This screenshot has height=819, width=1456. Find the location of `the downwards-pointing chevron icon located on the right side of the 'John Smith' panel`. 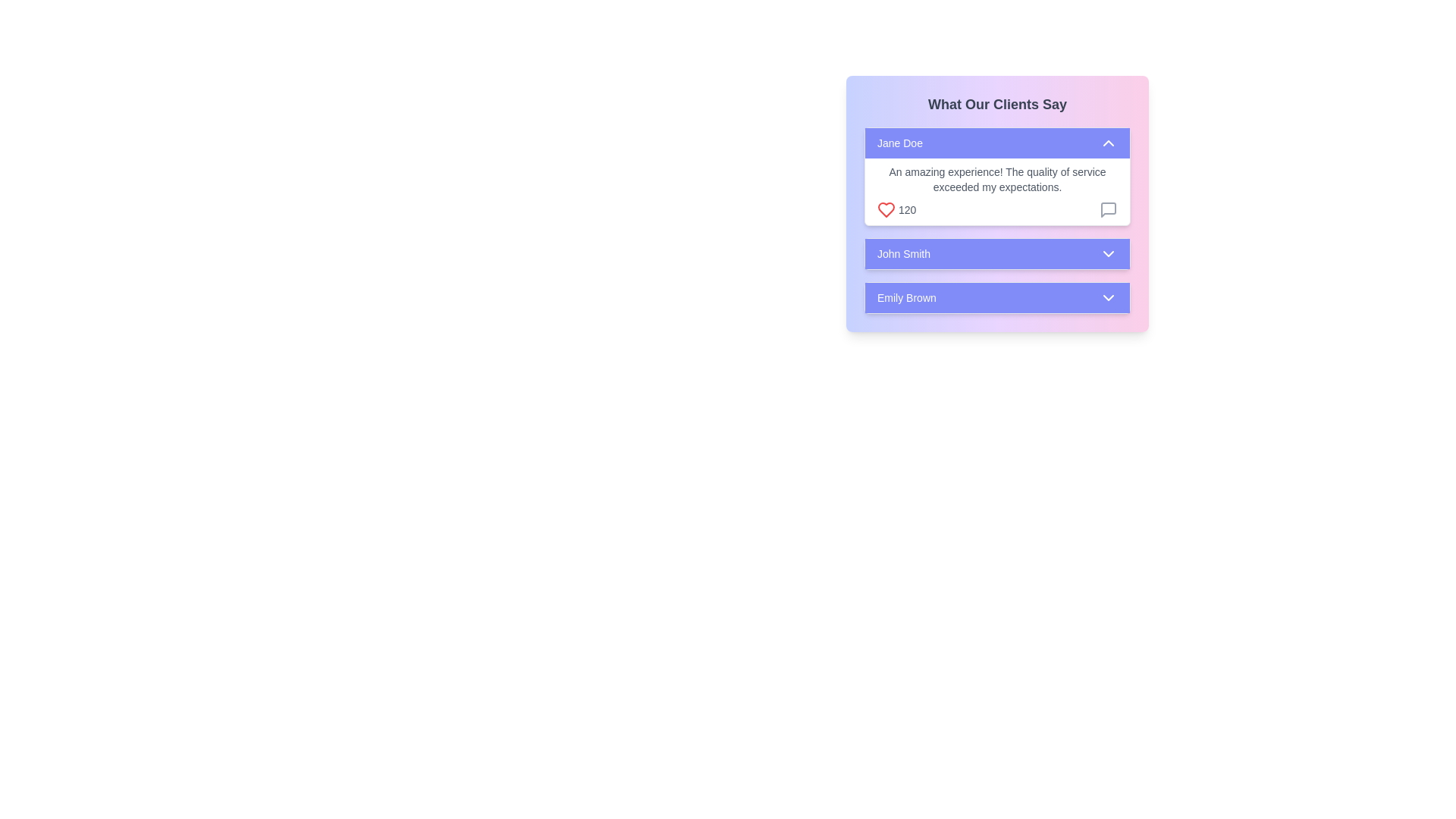

the downwards-pointing chevron icon located on the right side of the 'John Smith' panel is located at coordinates (1109, 253).